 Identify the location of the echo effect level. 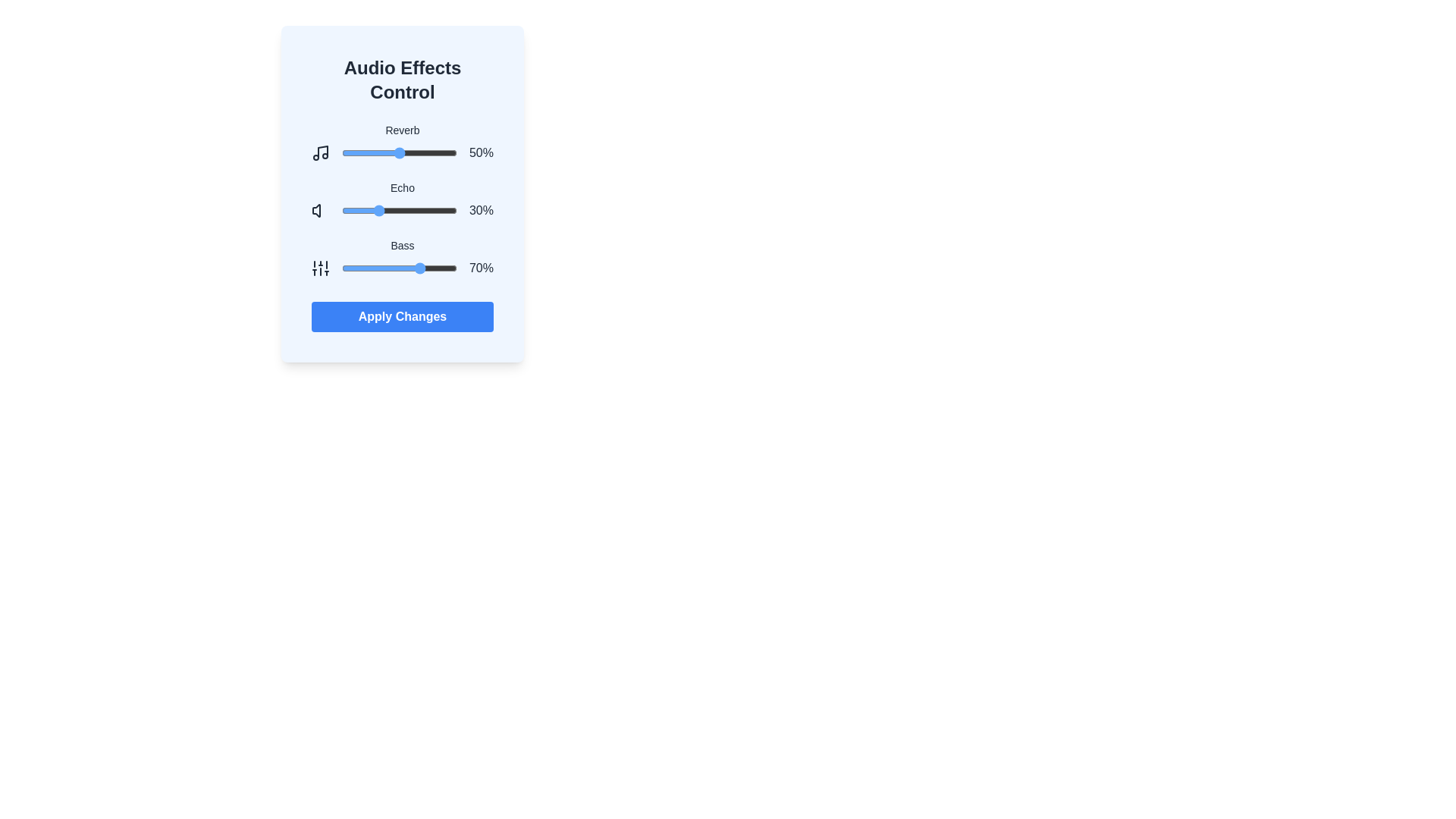
(407, 210).